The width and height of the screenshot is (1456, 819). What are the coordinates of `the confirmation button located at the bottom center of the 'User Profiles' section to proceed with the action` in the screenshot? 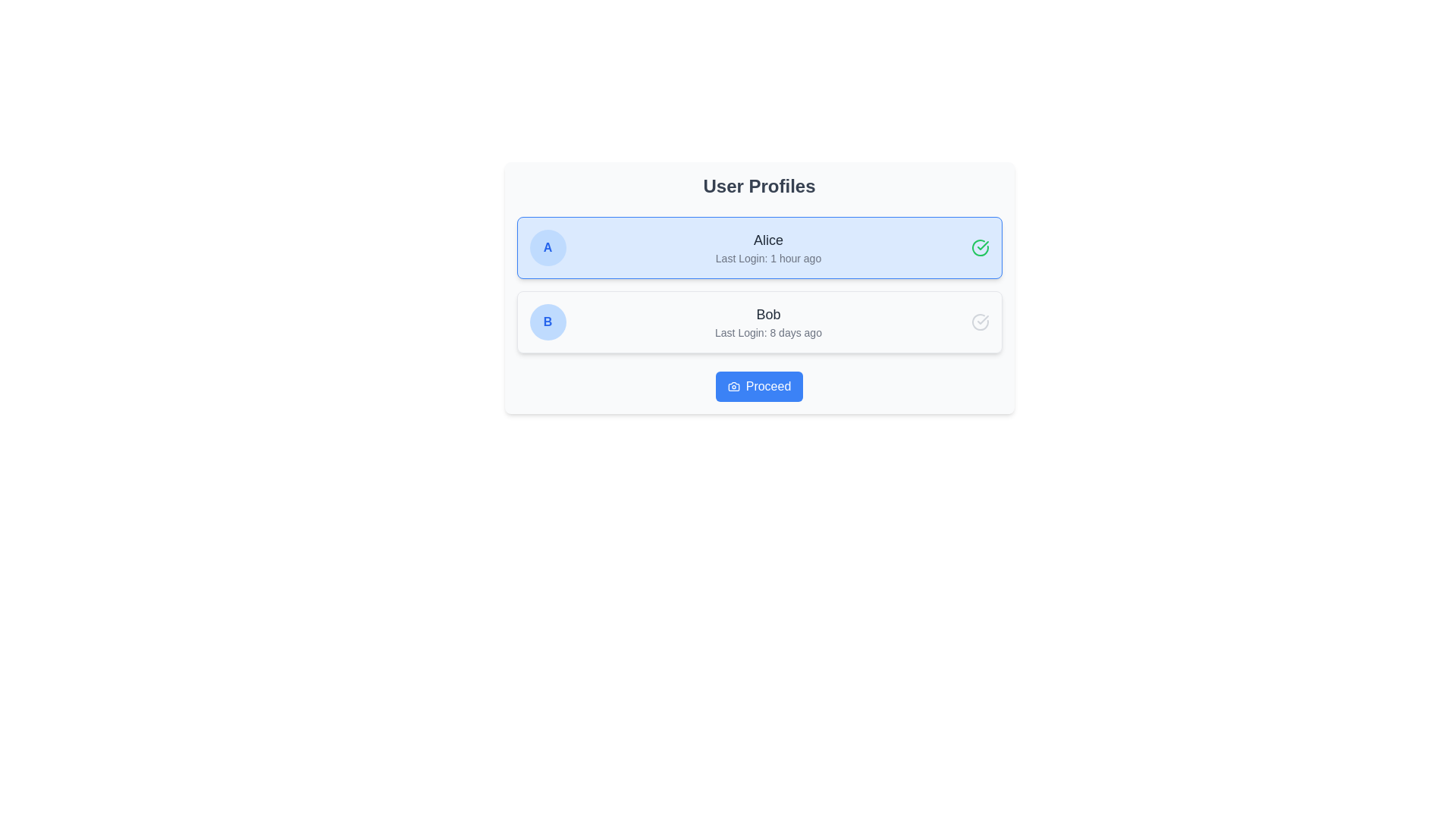 It's located at (759, 385).